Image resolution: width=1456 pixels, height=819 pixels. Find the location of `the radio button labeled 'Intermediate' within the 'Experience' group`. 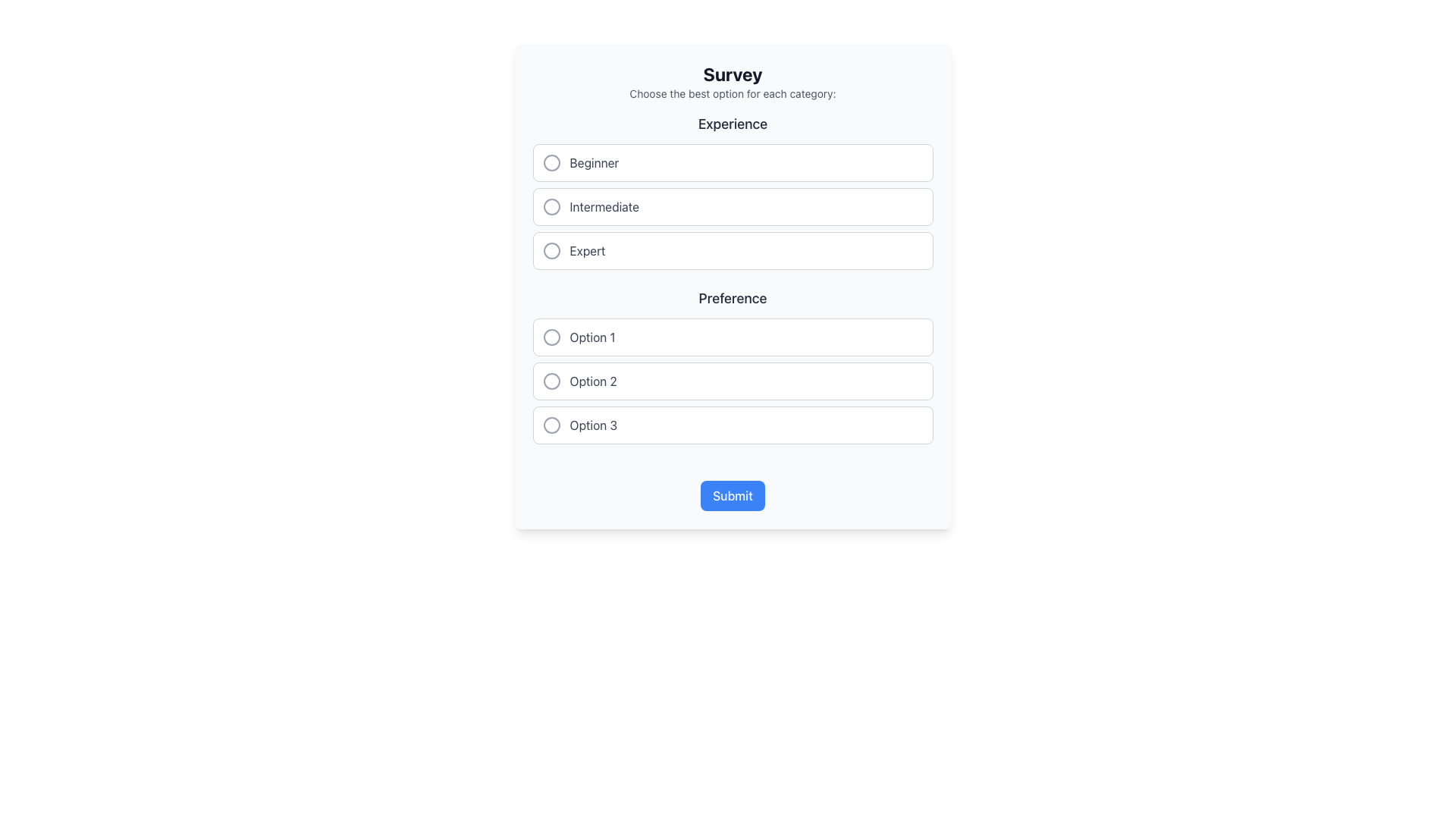

the radio button labeled 'Intermediate' within the 'Experience' group is located at coordinates (733, 207).